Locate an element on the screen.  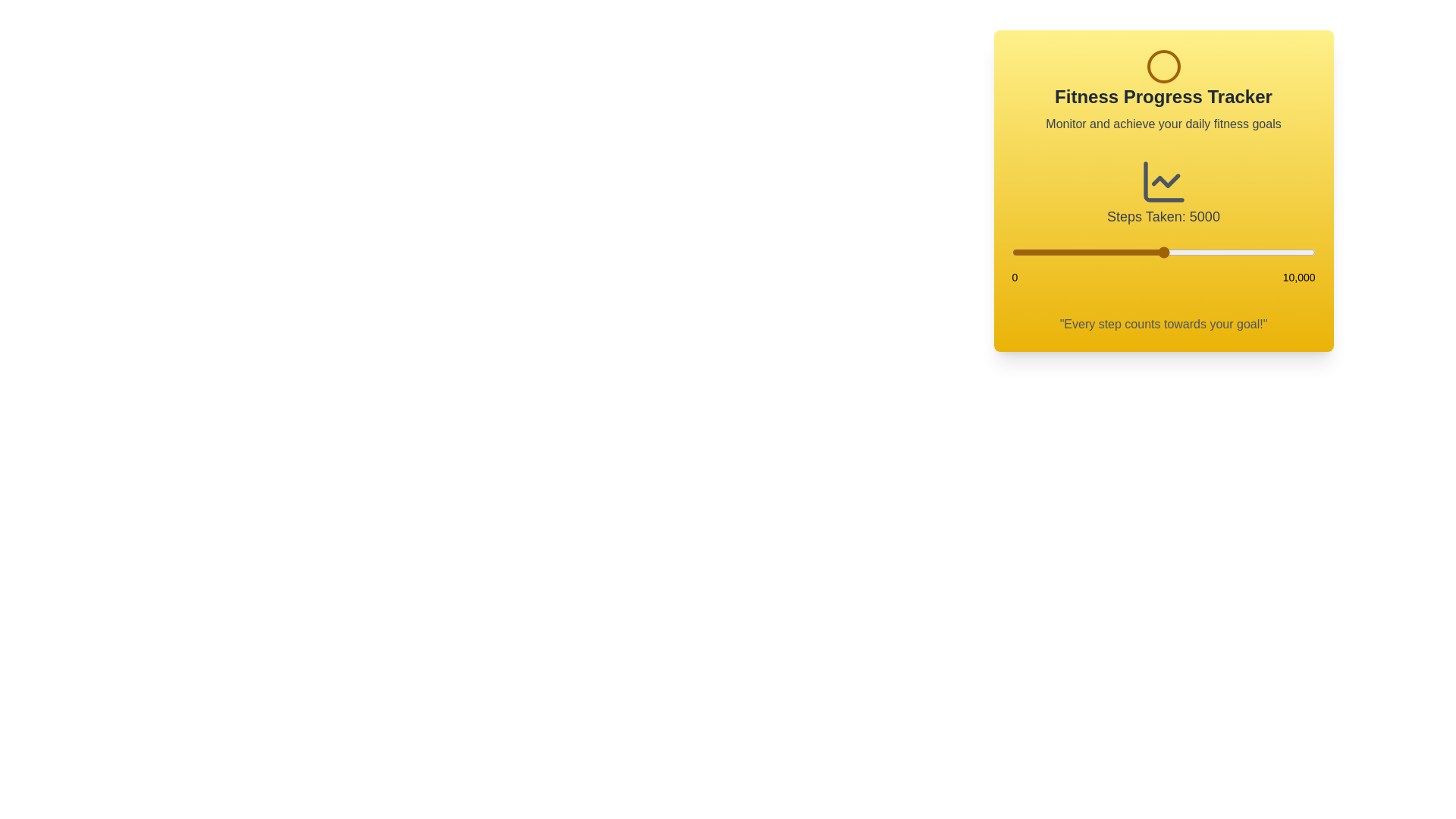
the step count to 9813 using the slider is located at coordinates (1309, 251).